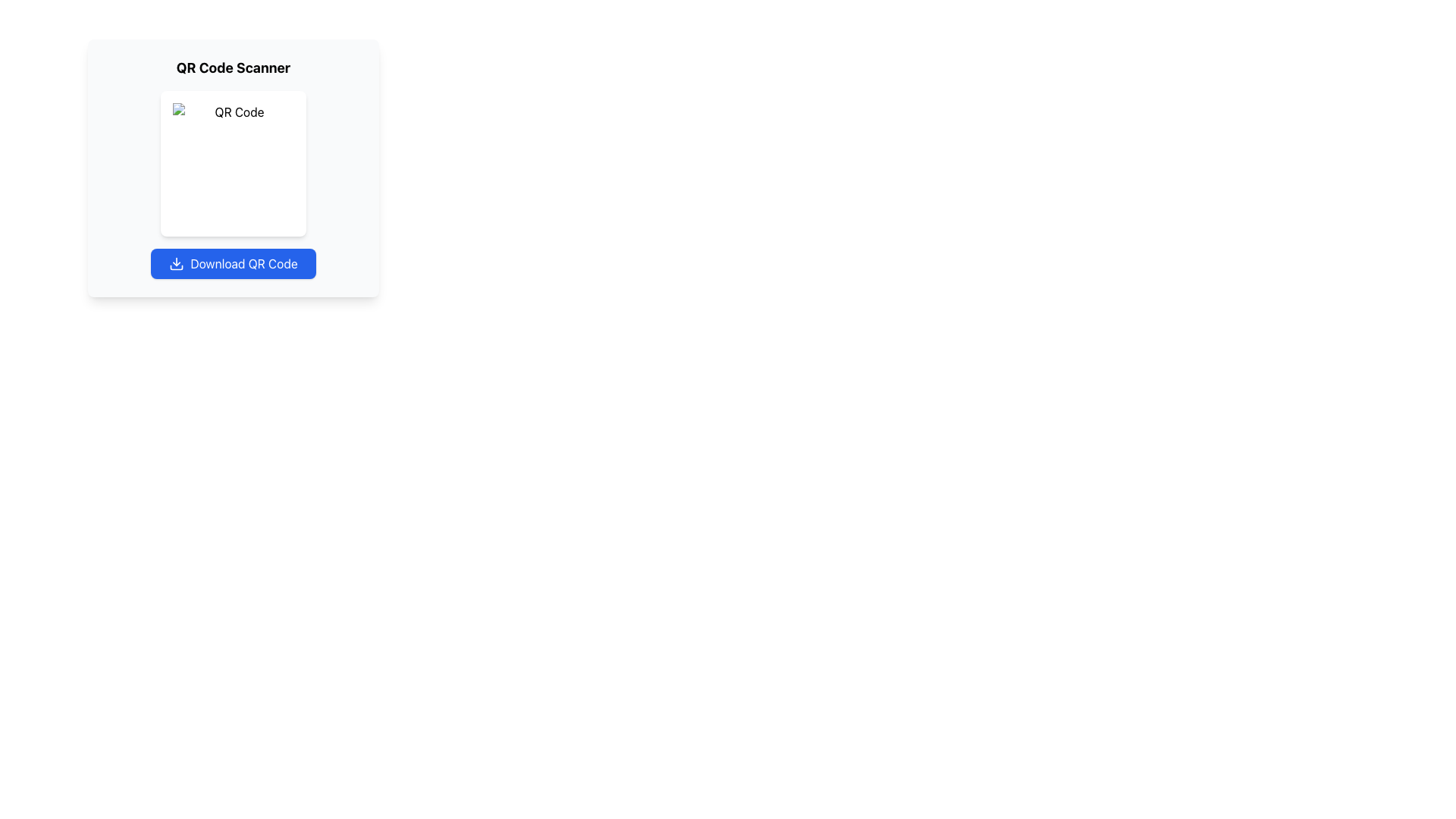  Describe the element at coordinates (177, 262) in the screenshot. I see `the download icon located on the blue button labeled 'Download QR Code'` at that location.